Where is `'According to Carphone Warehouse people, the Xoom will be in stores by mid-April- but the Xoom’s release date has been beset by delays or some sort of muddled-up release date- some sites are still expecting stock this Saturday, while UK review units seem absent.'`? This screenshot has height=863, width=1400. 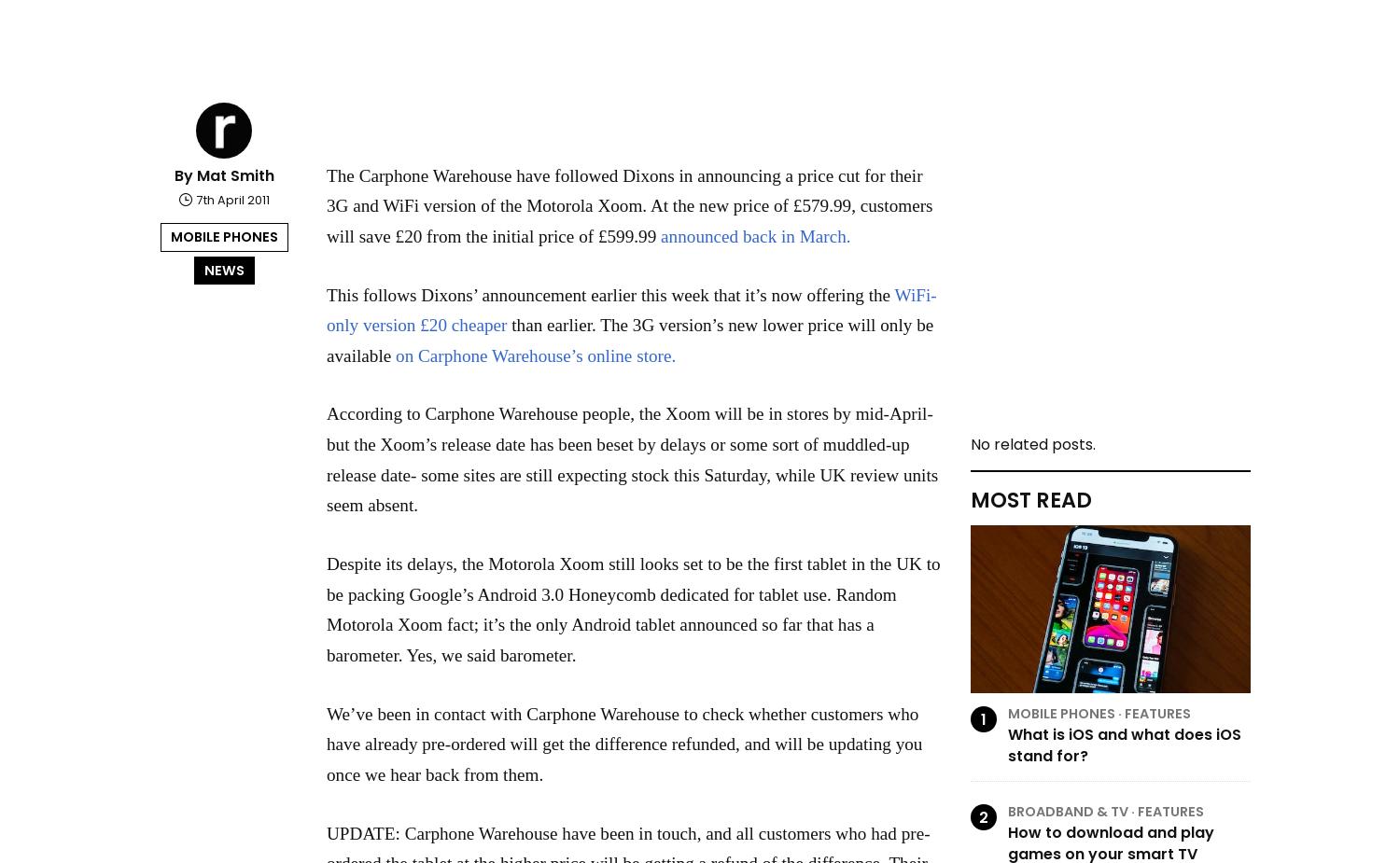 'According to Carphone Warehouse people, the Xoom will be in stores by mid-April- but the Xoom’s release date has been beset by delays or some sort of muddled-up release date- some sites are still expecting stock this Saturday, while UK review units seem absent.' is located at coordinates (632, 459).